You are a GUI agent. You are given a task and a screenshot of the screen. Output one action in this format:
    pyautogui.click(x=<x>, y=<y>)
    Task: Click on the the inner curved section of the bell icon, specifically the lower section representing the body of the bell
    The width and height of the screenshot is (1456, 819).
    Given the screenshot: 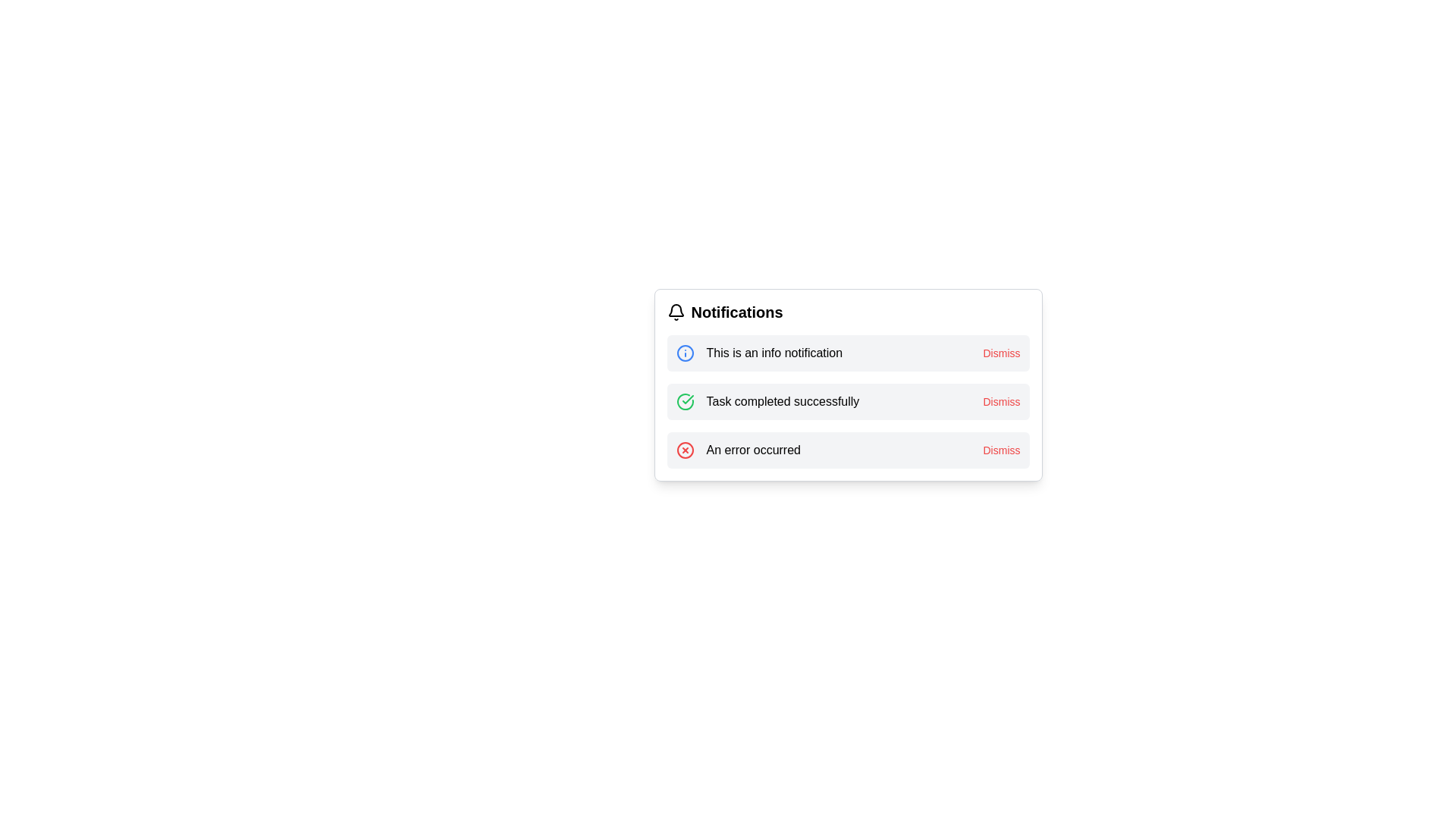 What is the action you would take?
    pyautogui.click(x=675, y=309)
    